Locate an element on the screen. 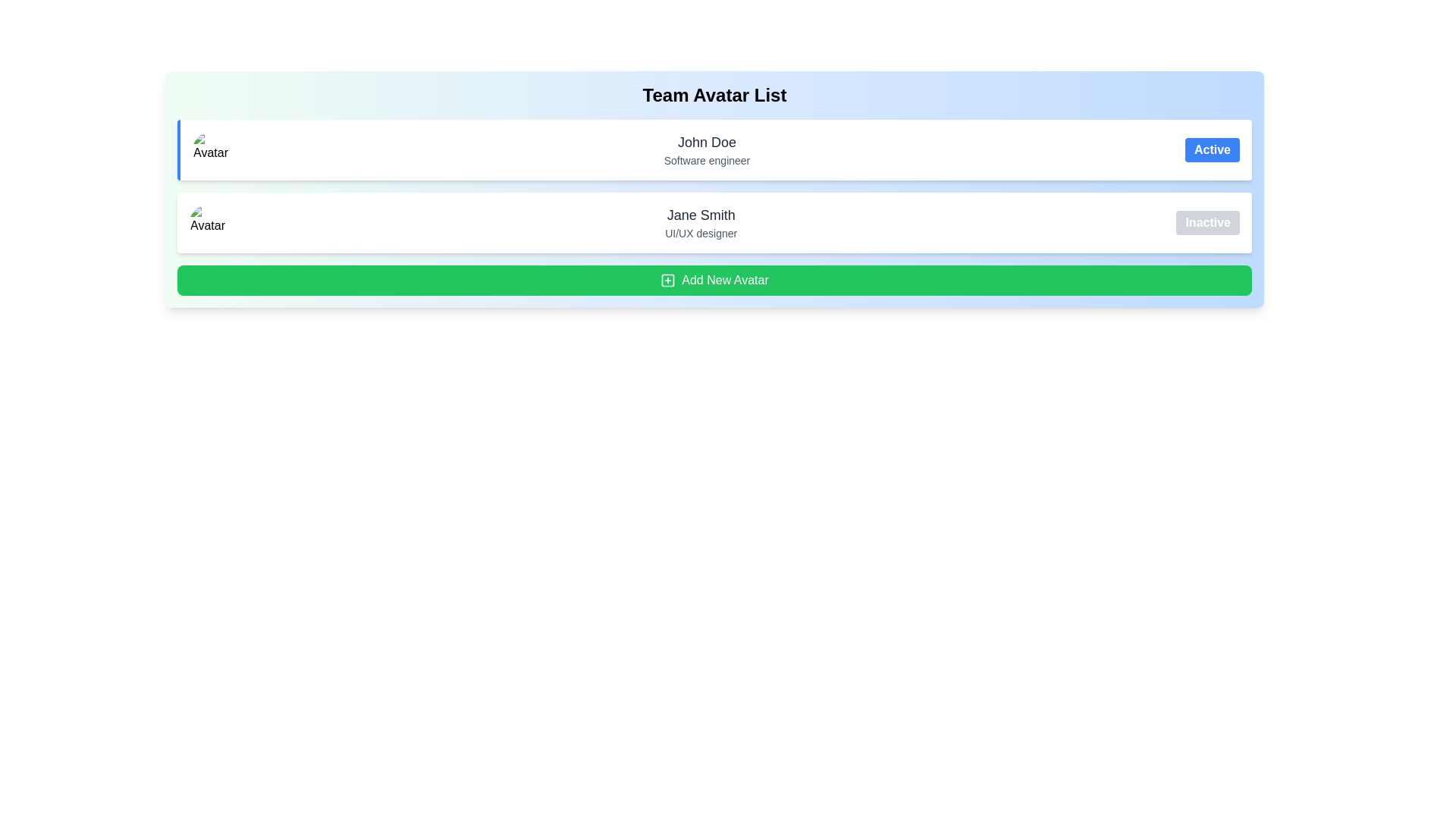 This screenshot has width=1456, height=819. the 'Add New Avatar' button to add a new avatar to the list is located at coordinates (713, 281).